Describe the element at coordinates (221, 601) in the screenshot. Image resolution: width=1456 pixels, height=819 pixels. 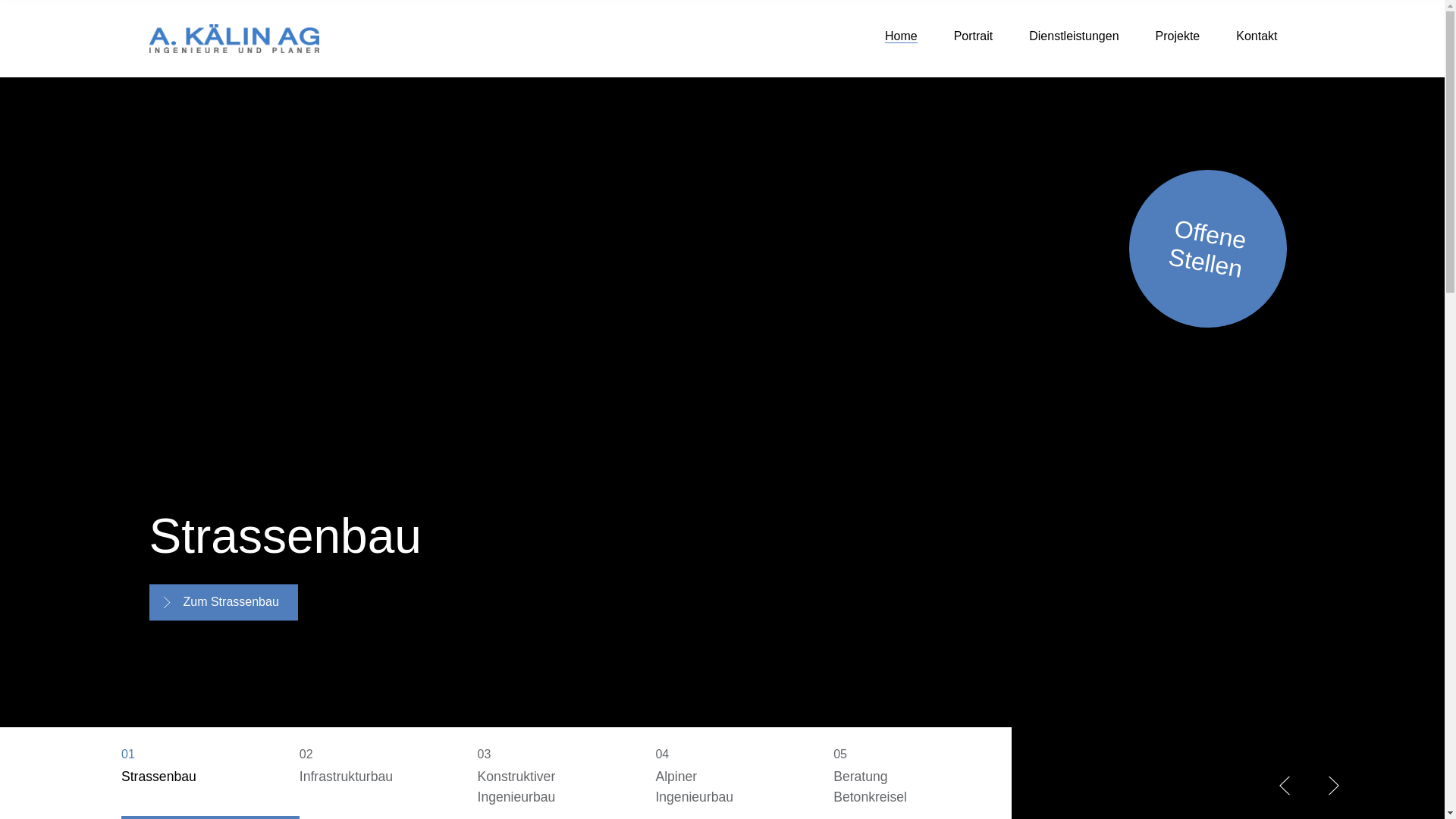
I see `'Zum Strassenbau'` at that location.